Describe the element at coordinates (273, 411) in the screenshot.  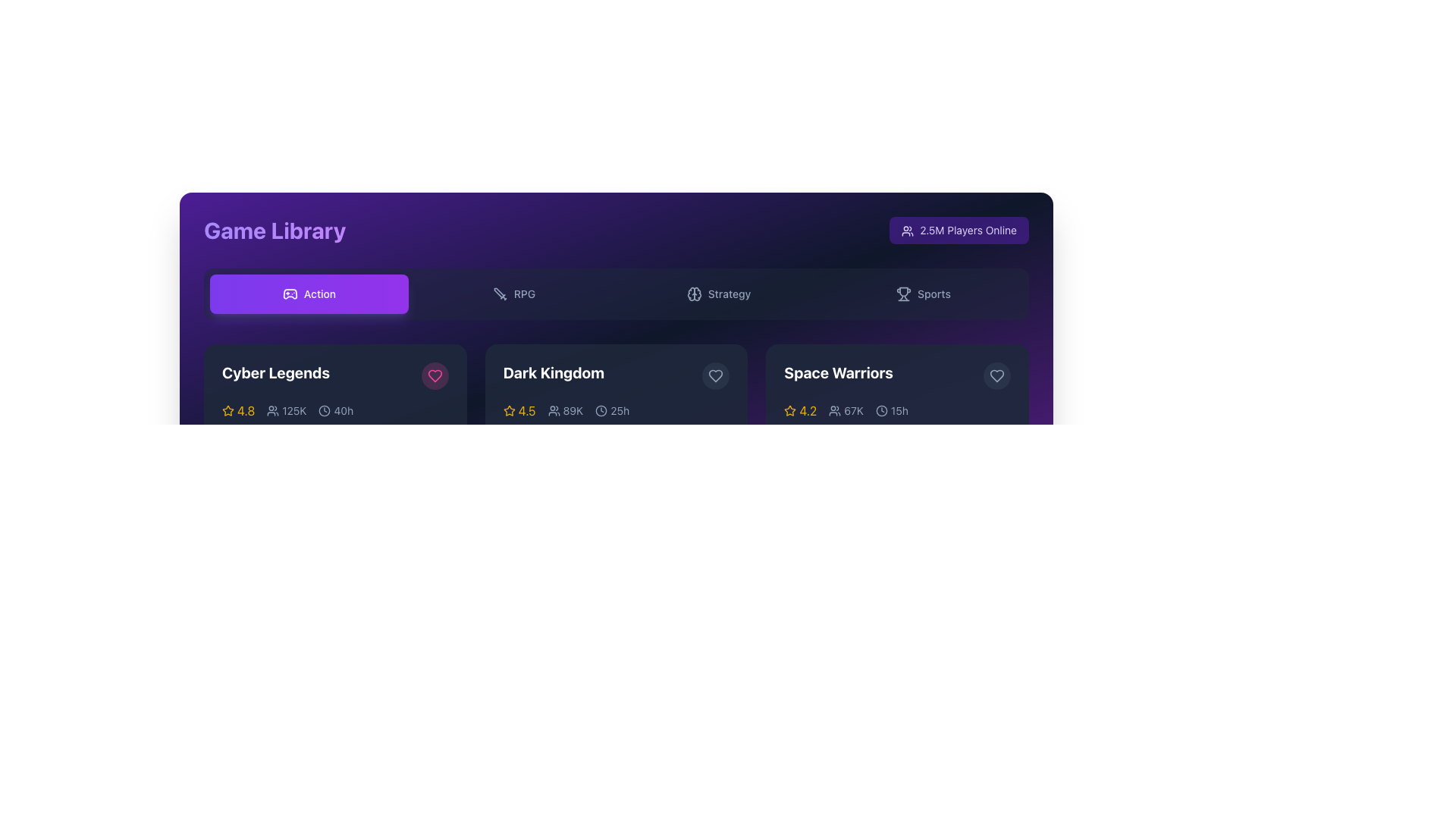
I see `the user icon located to the left of the text '125K' under the title 'Cyber Legends' in the first card of the action game category section` at that location.